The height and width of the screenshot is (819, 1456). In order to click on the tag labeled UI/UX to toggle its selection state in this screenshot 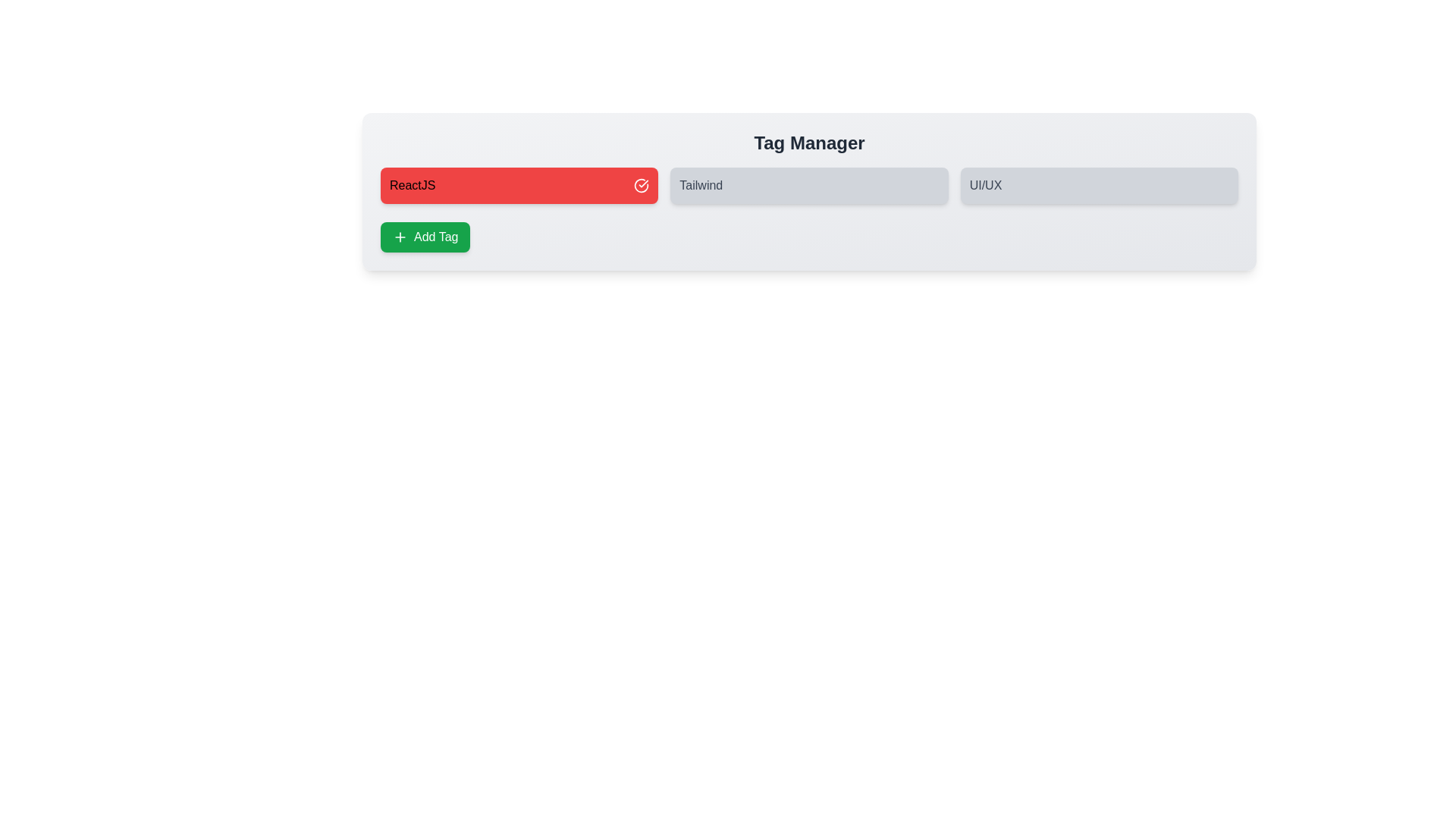, I will do `click(1099, 185)`.